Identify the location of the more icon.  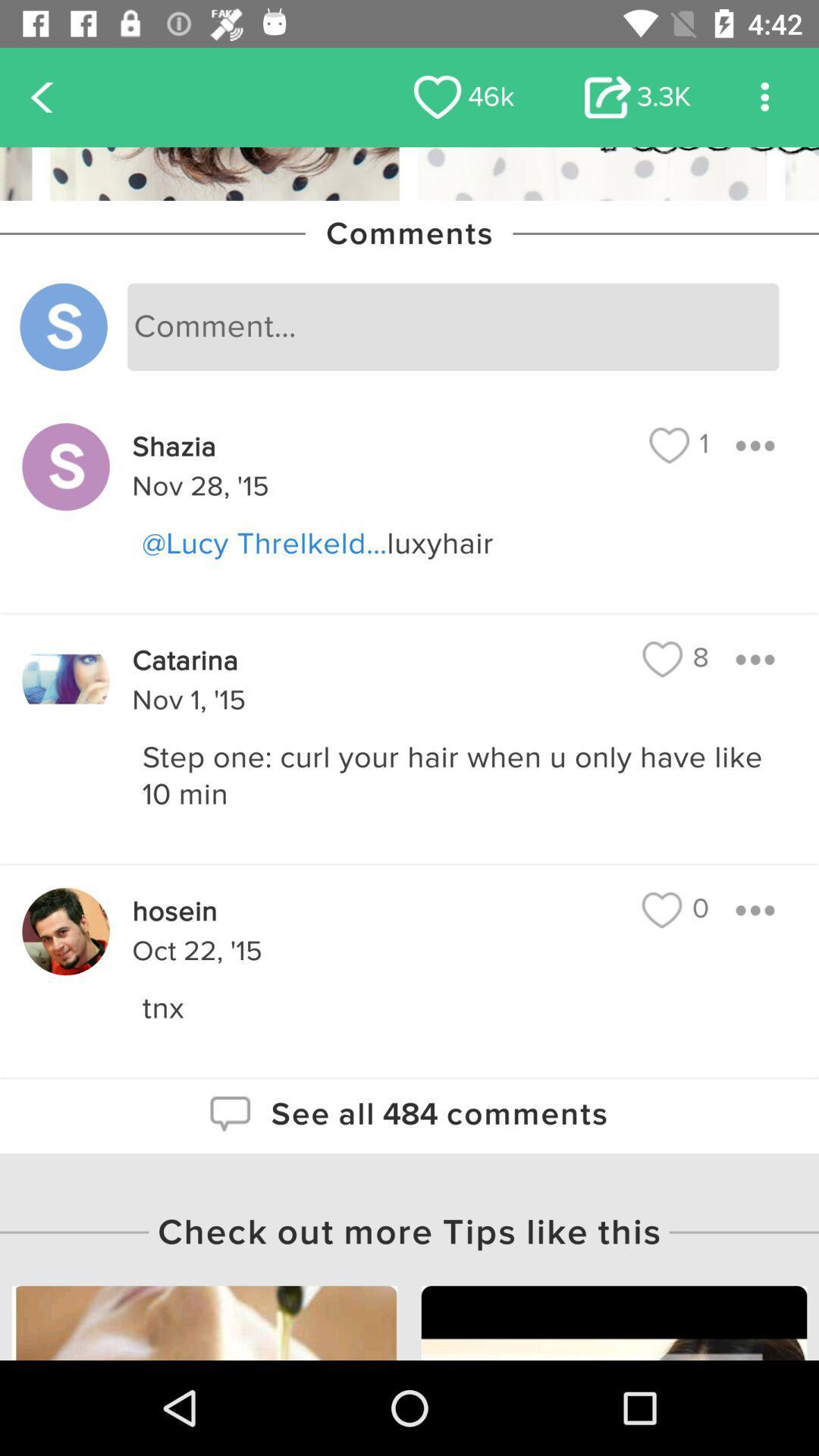
(764, 96).